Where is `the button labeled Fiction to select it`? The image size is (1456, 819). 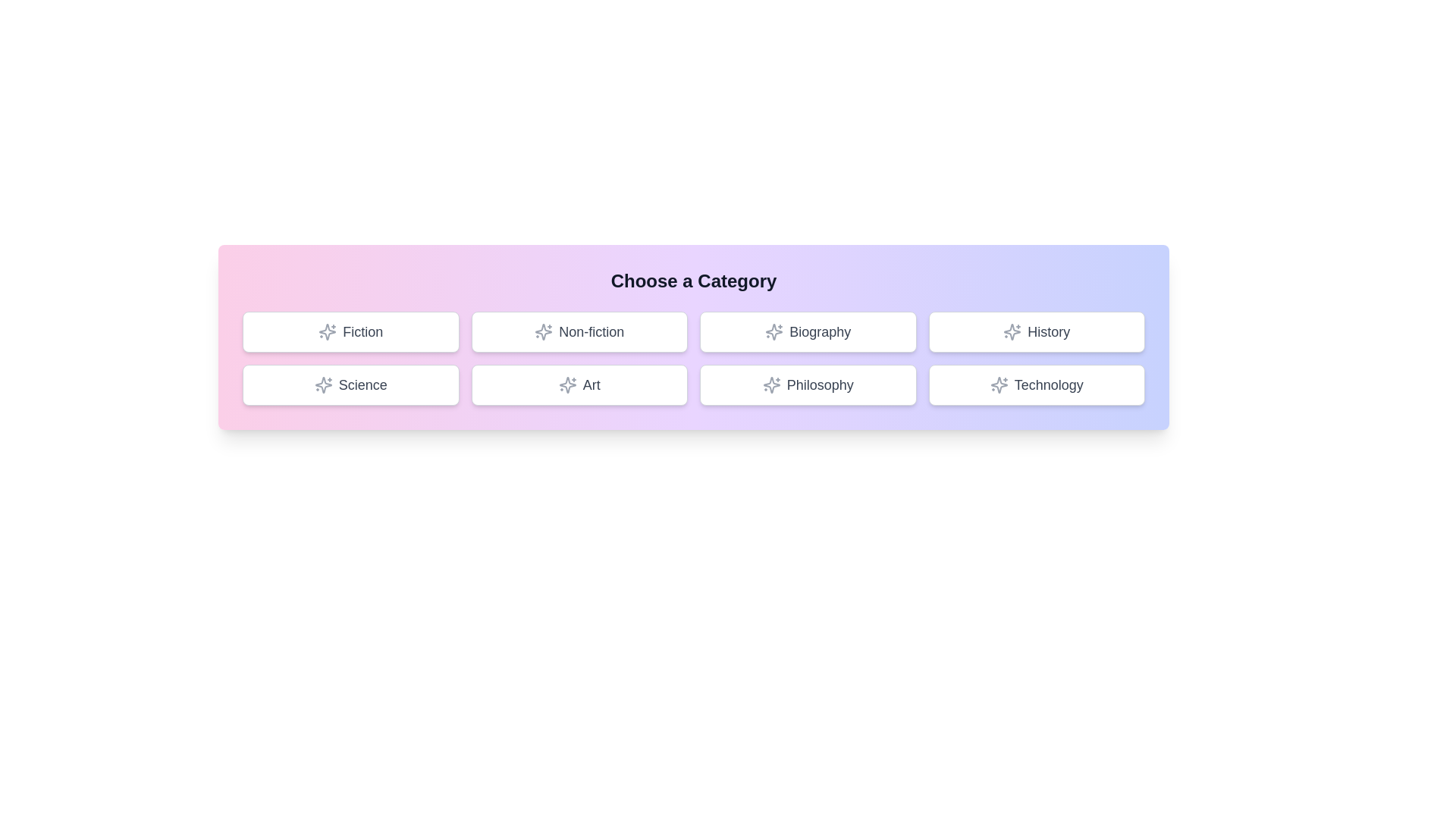 the button labeled Fiction to select it is located at coordinates (350, 331).